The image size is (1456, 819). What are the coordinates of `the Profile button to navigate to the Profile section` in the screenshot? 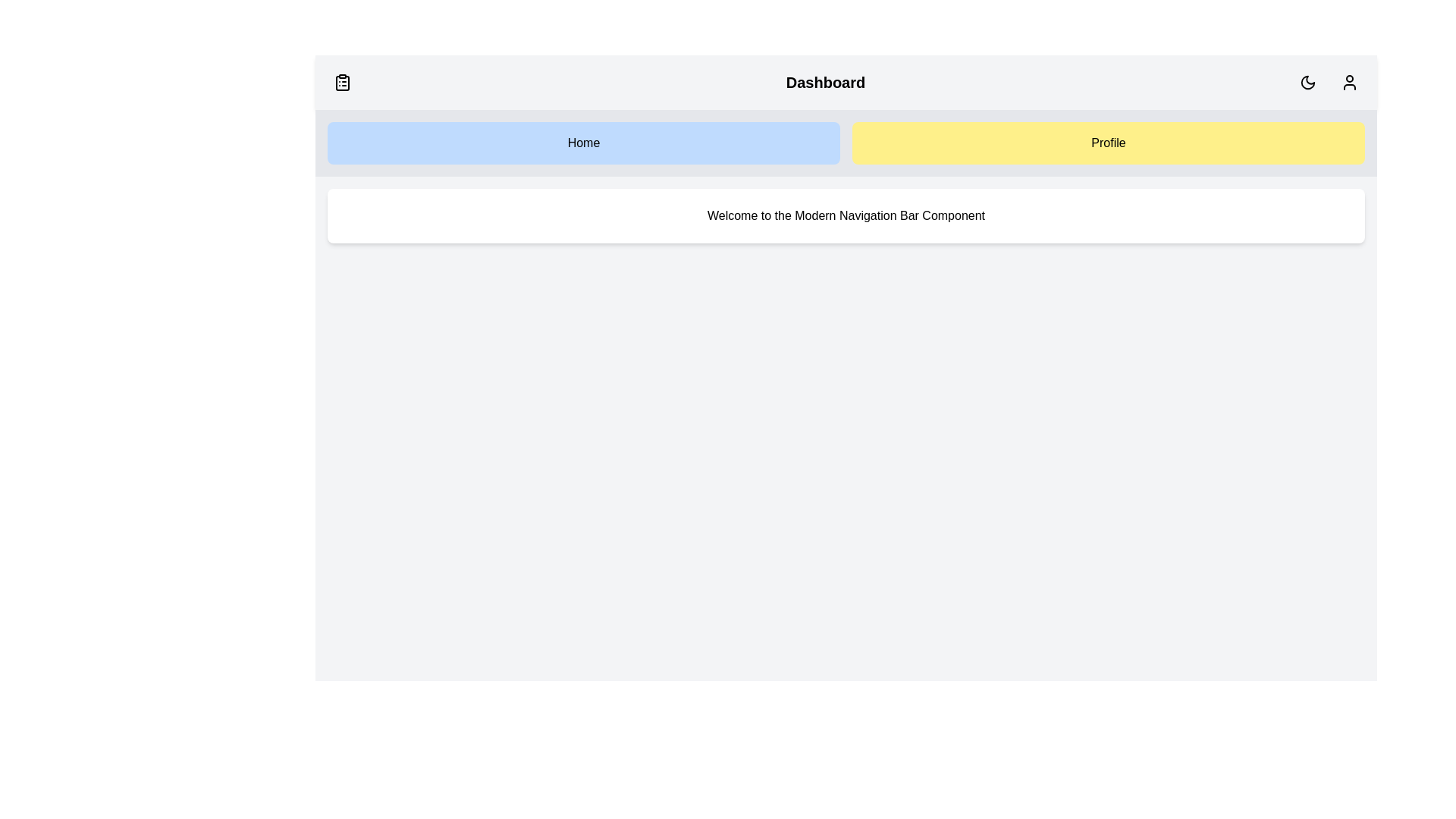 It's located at (1109, 143).